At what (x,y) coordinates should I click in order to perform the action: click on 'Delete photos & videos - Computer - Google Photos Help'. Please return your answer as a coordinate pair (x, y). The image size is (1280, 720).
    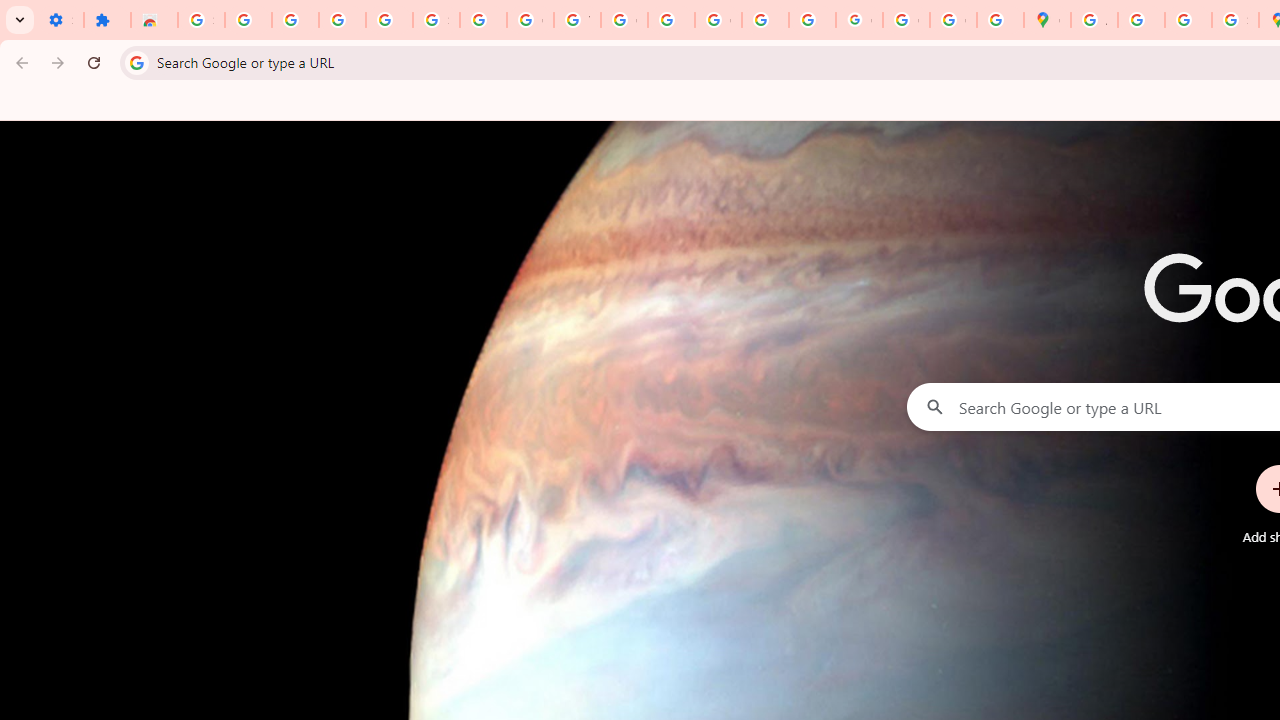
    Looking at the image, I should click on (294, 20).